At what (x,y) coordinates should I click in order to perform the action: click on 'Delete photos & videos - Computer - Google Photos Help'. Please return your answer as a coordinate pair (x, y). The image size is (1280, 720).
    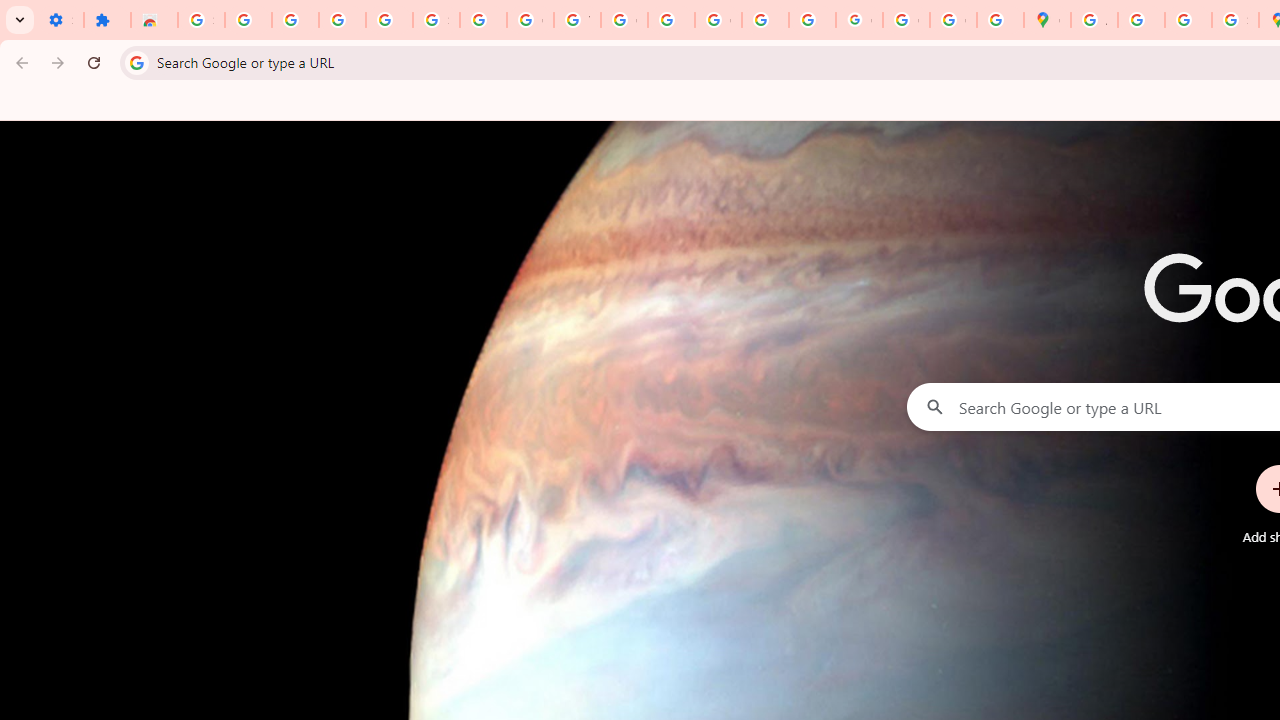
    Looking at the image, I should click on (294, 20).